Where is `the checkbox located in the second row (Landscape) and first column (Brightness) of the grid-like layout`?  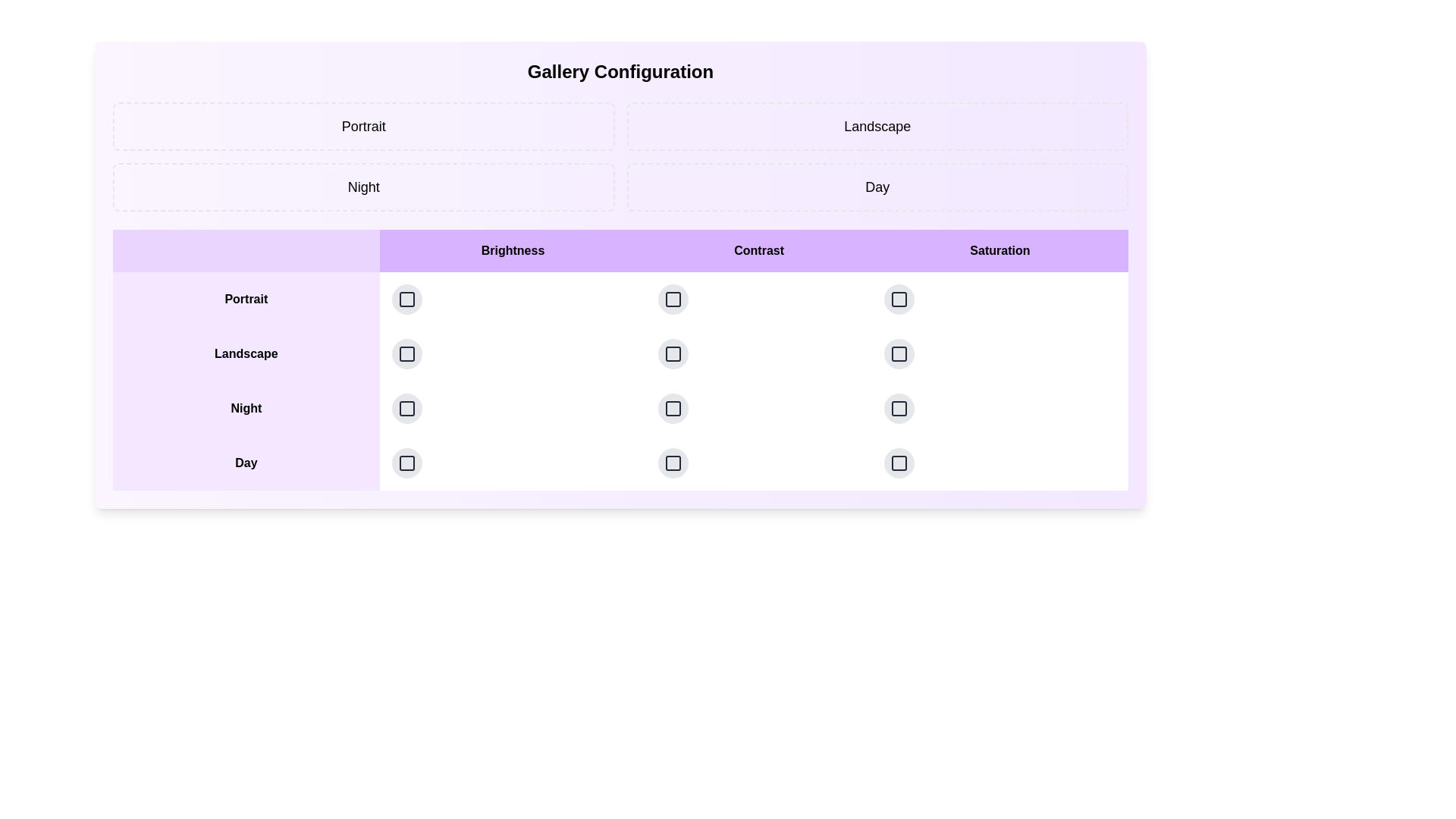
the checkbox located in the second row (Landscape) and first column (Brightness) of the grid-like layout is located at coordinates (406, 353).